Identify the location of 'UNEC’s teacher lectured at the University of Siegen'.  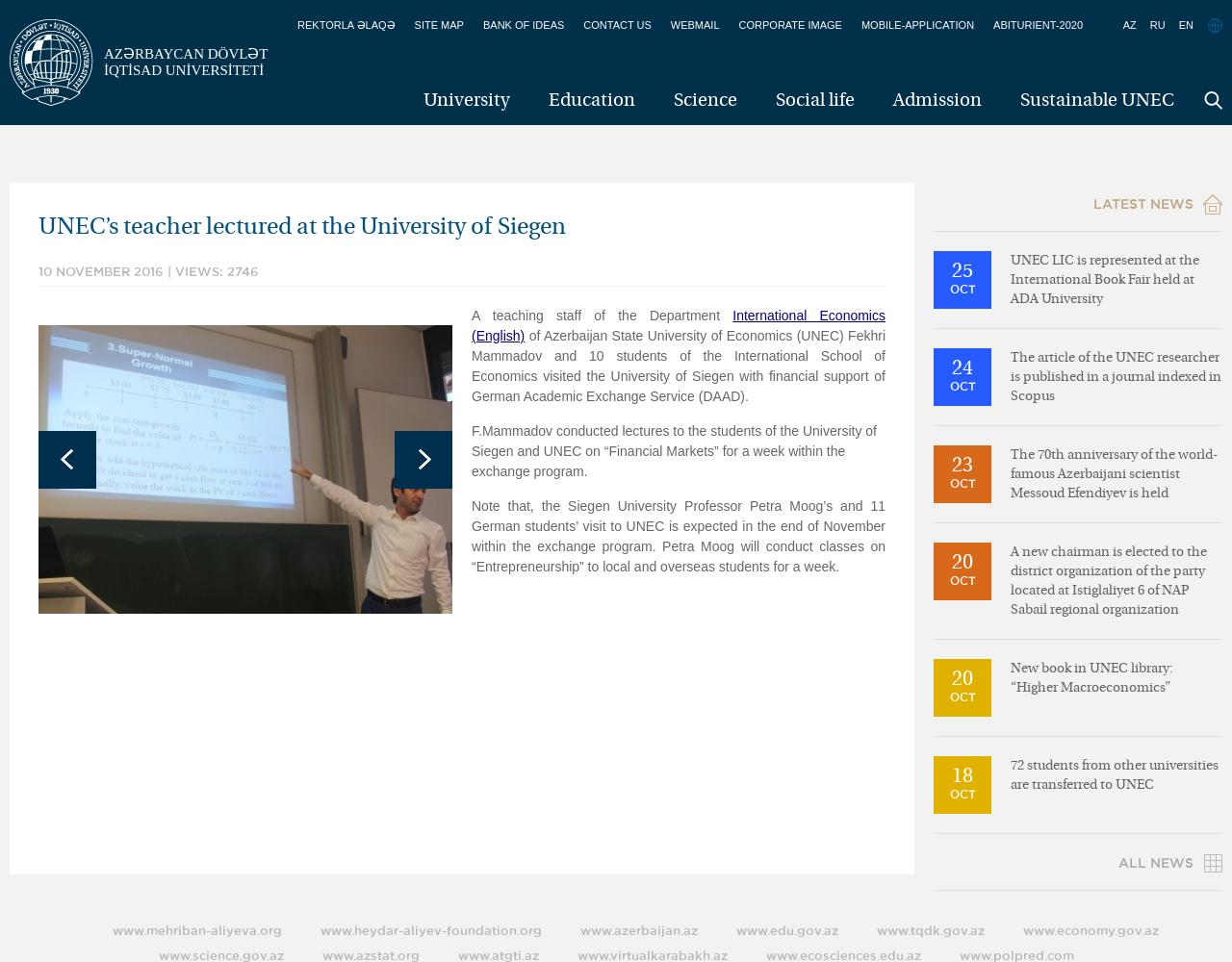
(300, 225).